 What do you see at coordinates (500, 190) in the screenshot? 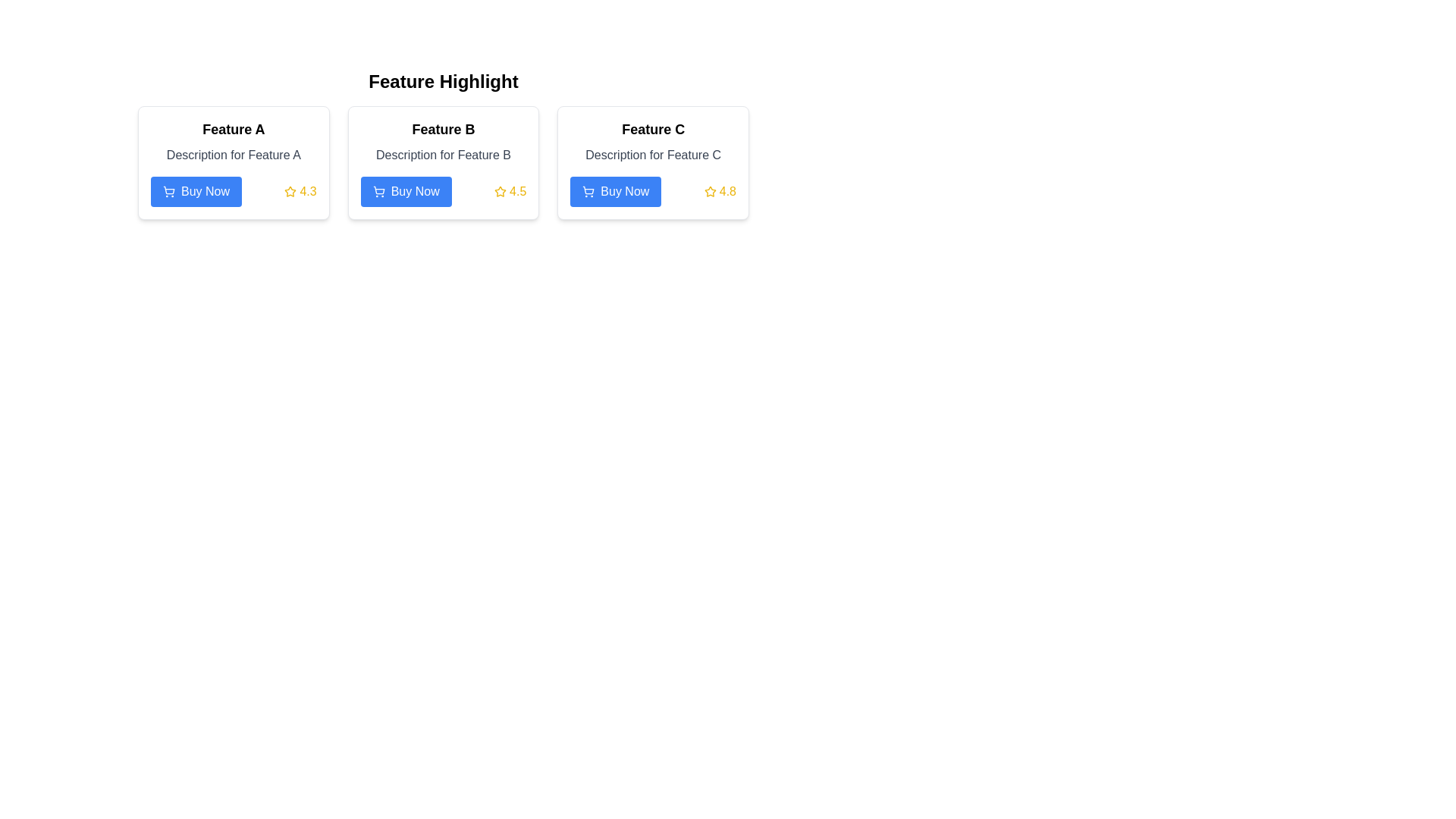
I see `the graphical golden star icon located in the 'Feature C' section, adjacent to the 'Buy Now' button` at bounding box center [500, 190].